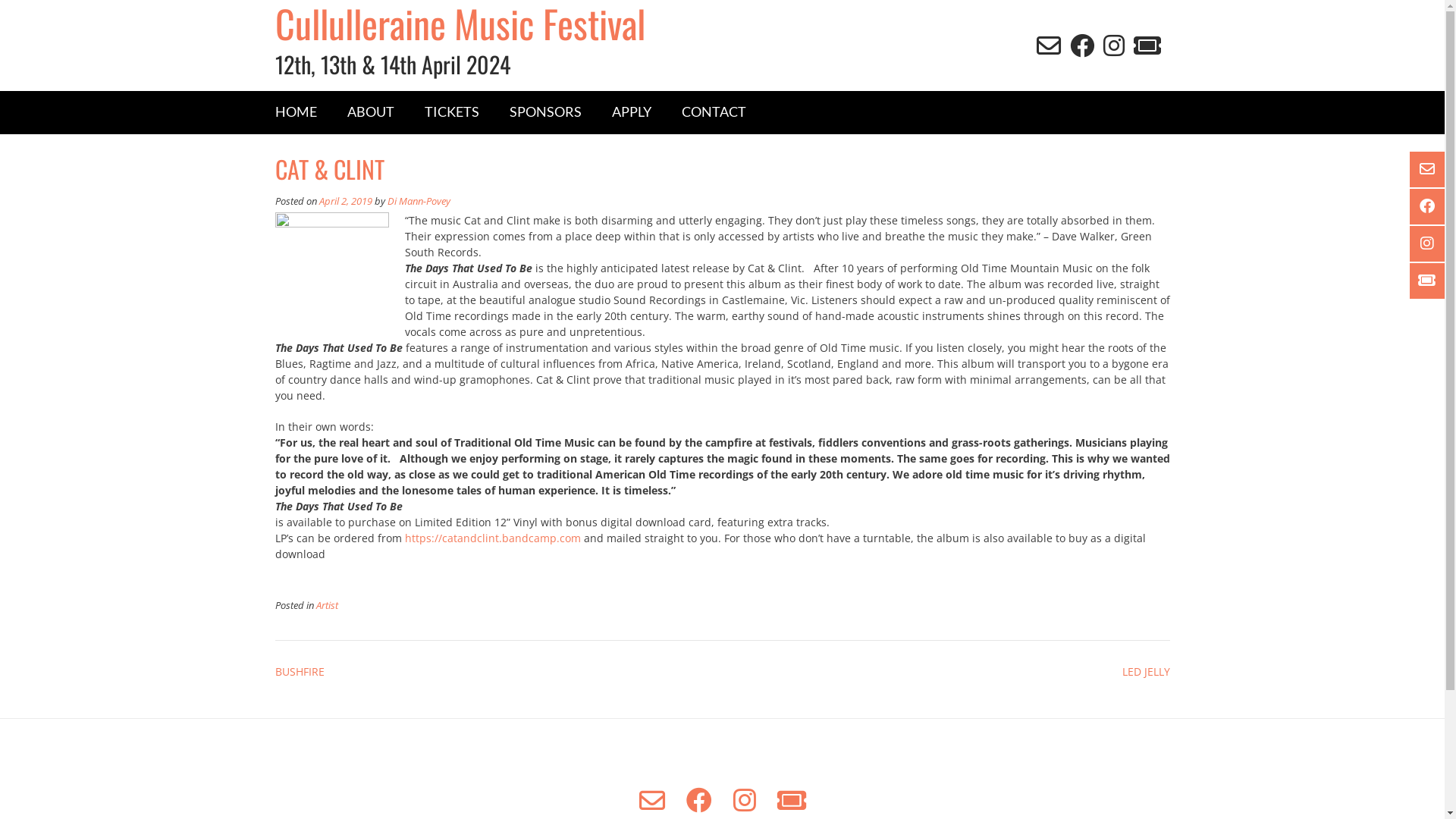 Image resolution: width=1456 pixels, height=819 pixels. Describe the element at coordinates (331, 111) in the screenshot. I see `'ABOUT'` at that location.